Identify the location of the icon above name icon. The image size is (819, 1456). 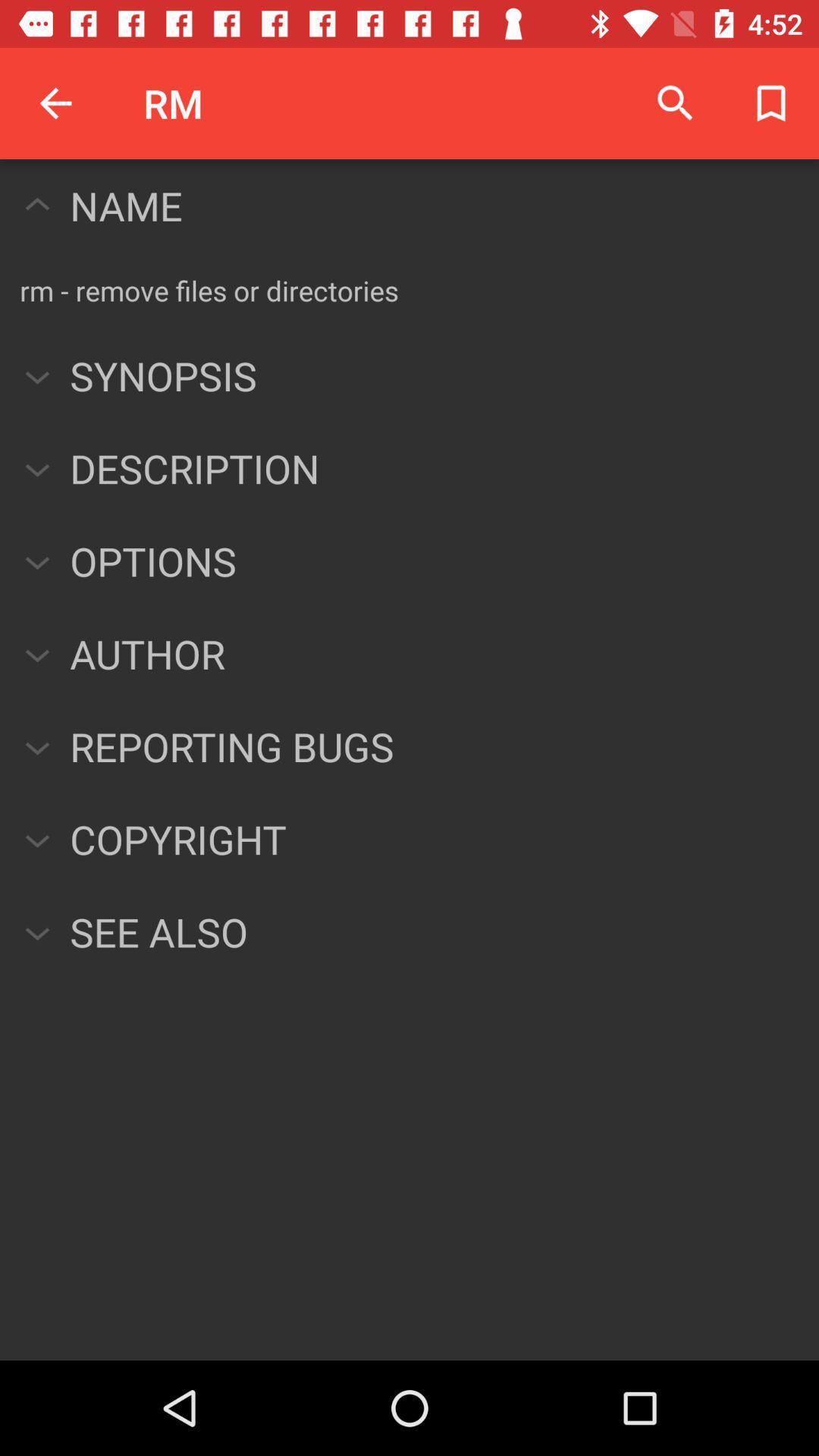
(55, 102).